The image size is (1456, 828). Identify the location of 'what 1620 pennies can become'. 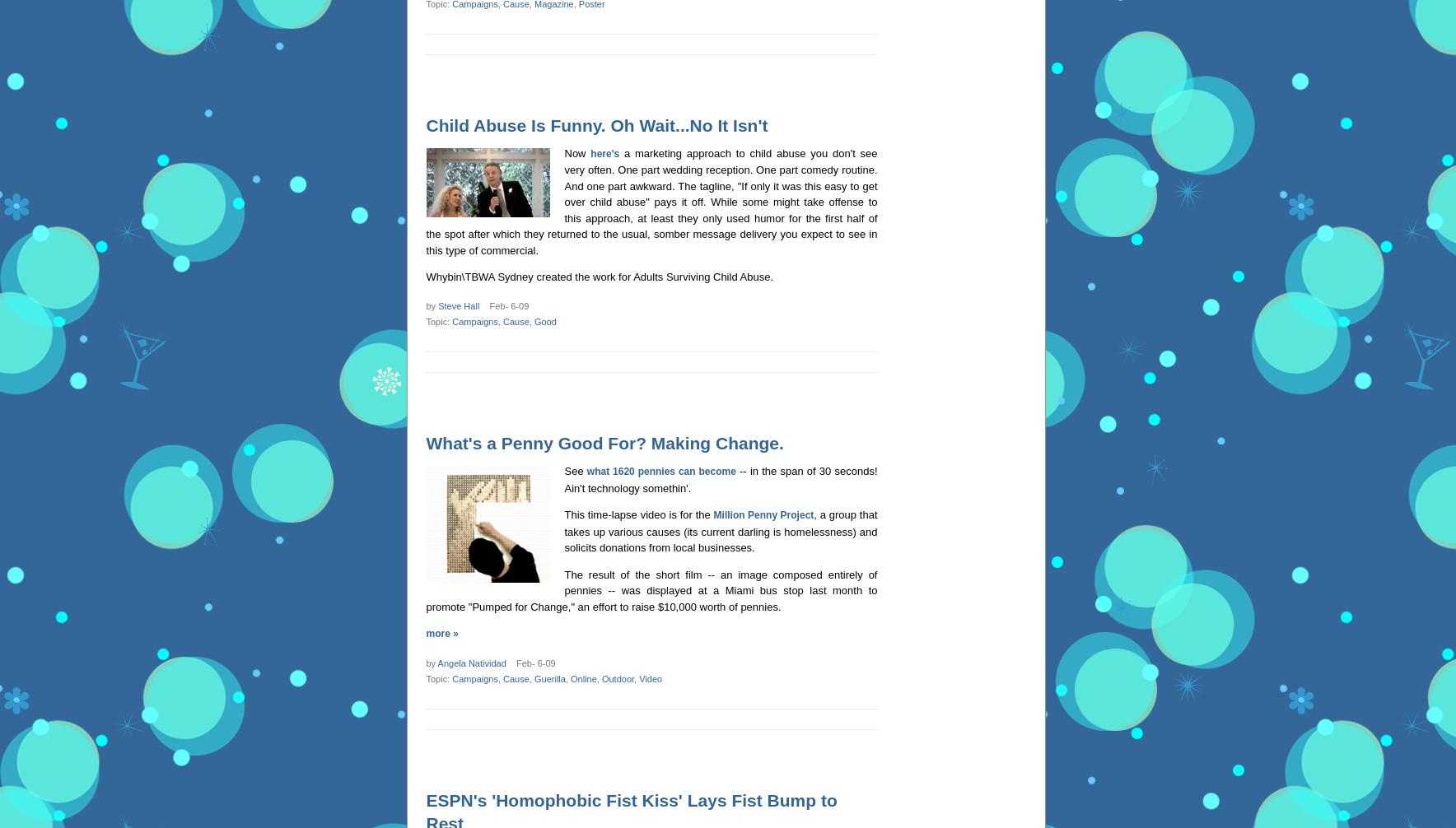
(660, 472).